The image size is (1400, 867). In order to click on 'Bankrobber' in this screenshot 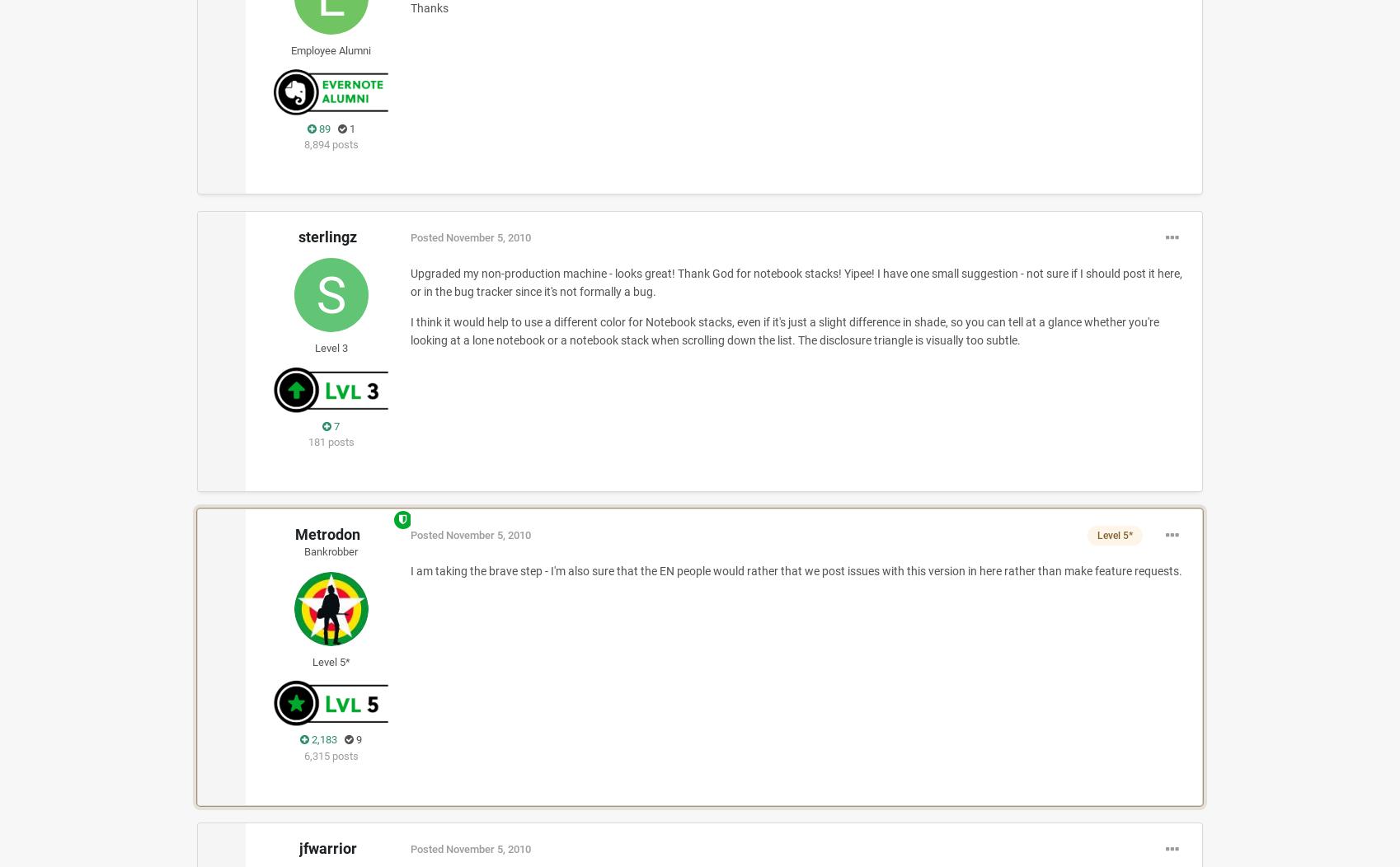, I will do `click(331, 551)`.